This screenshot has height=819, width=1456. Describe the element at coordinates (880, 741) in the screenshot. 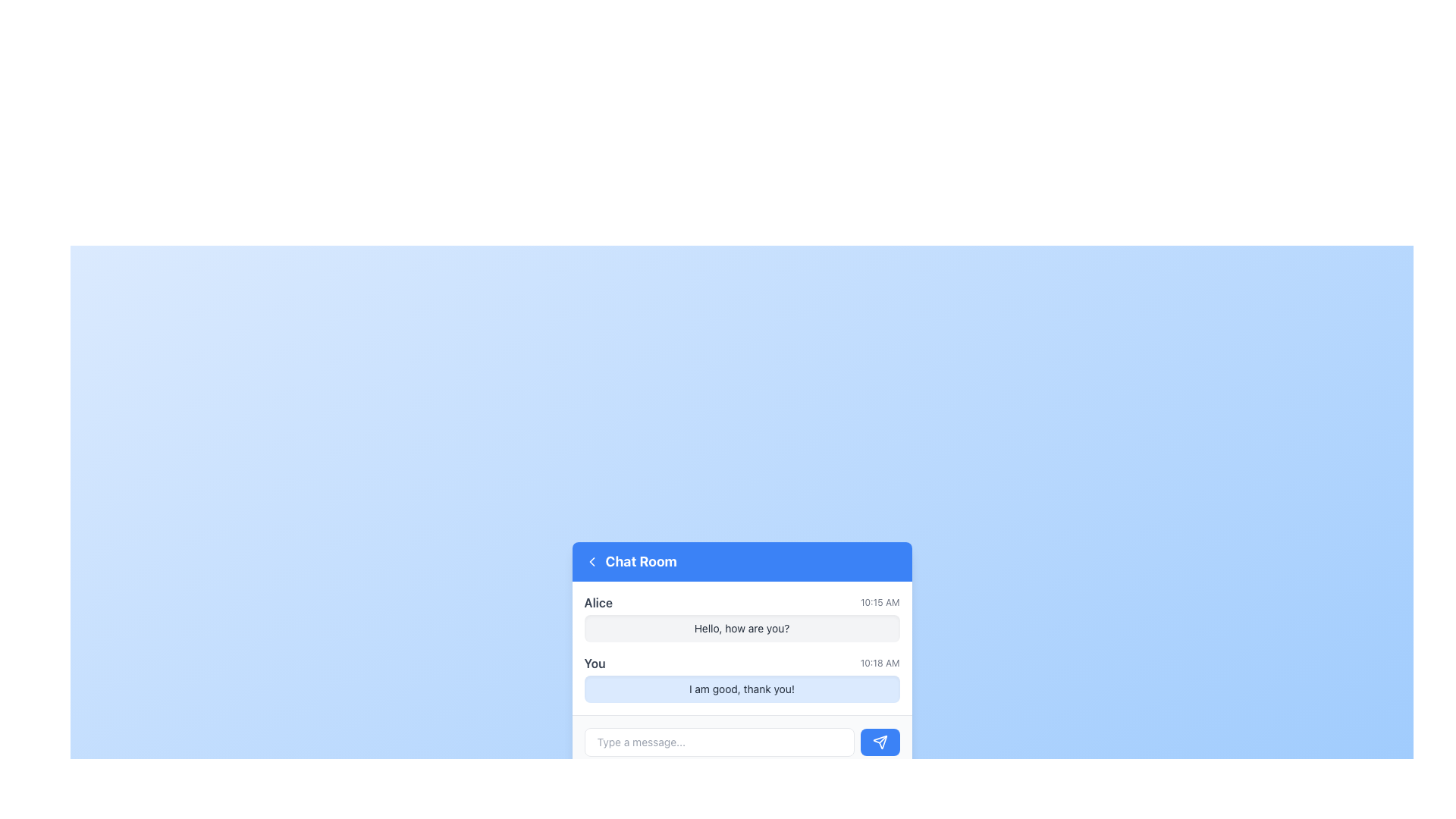

I see `the send button located in the bottom section of the chat interface, positioned to the right of the message input field, to send the typed message` at that location.